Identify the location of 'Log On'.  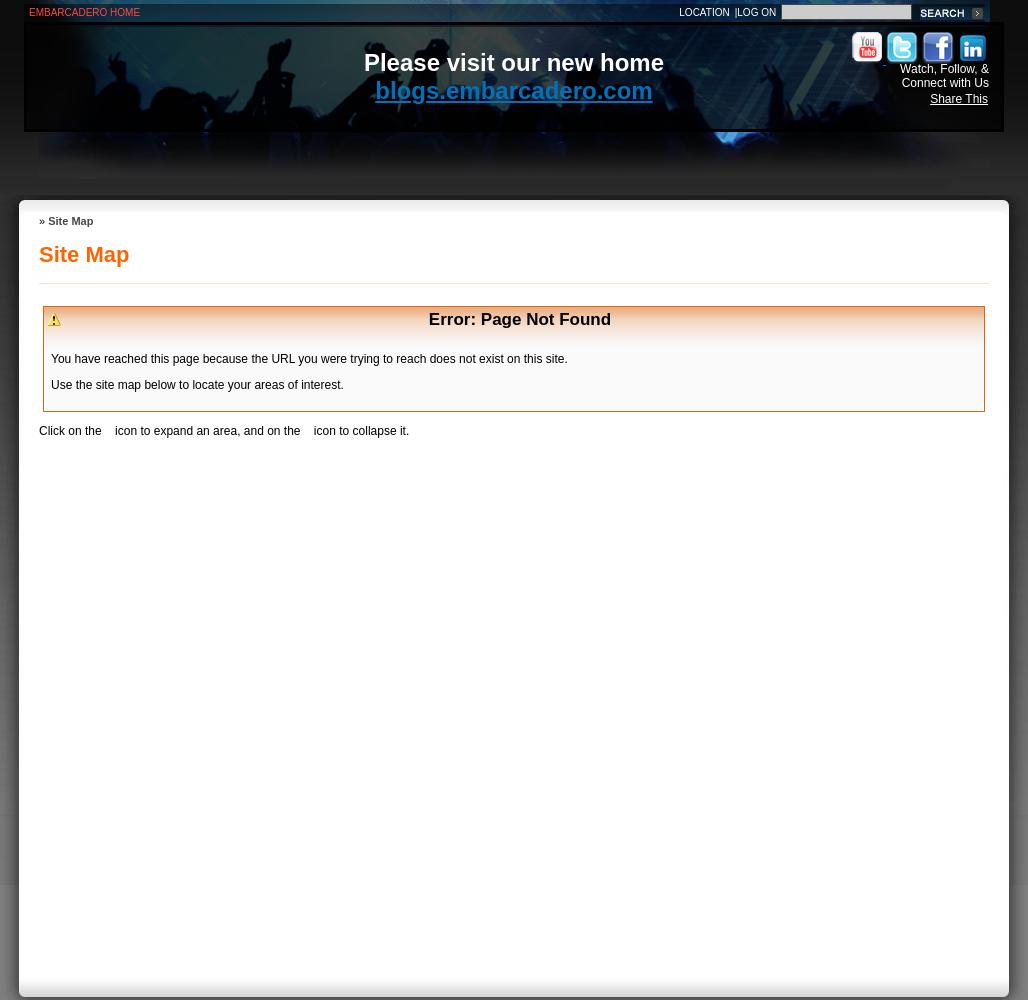
(755, 12).